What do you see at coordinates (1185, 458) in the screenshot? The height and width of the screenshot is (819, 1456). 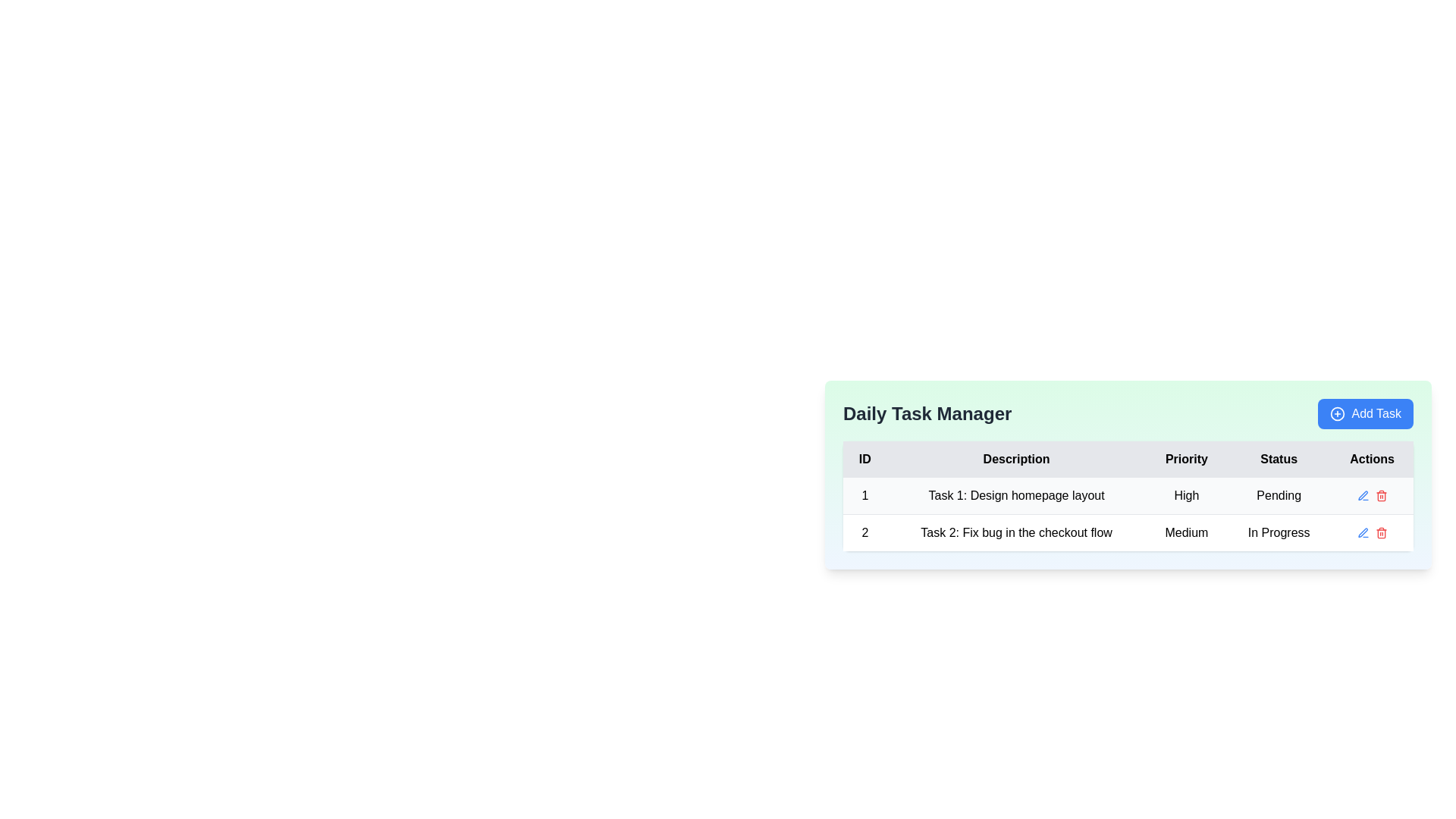 I see `the centered text label reading 'Priority', which is the third column header in a row of five headers within a table, positioned between 'Description' and 'Status'` at bounding box center [1185, 458].